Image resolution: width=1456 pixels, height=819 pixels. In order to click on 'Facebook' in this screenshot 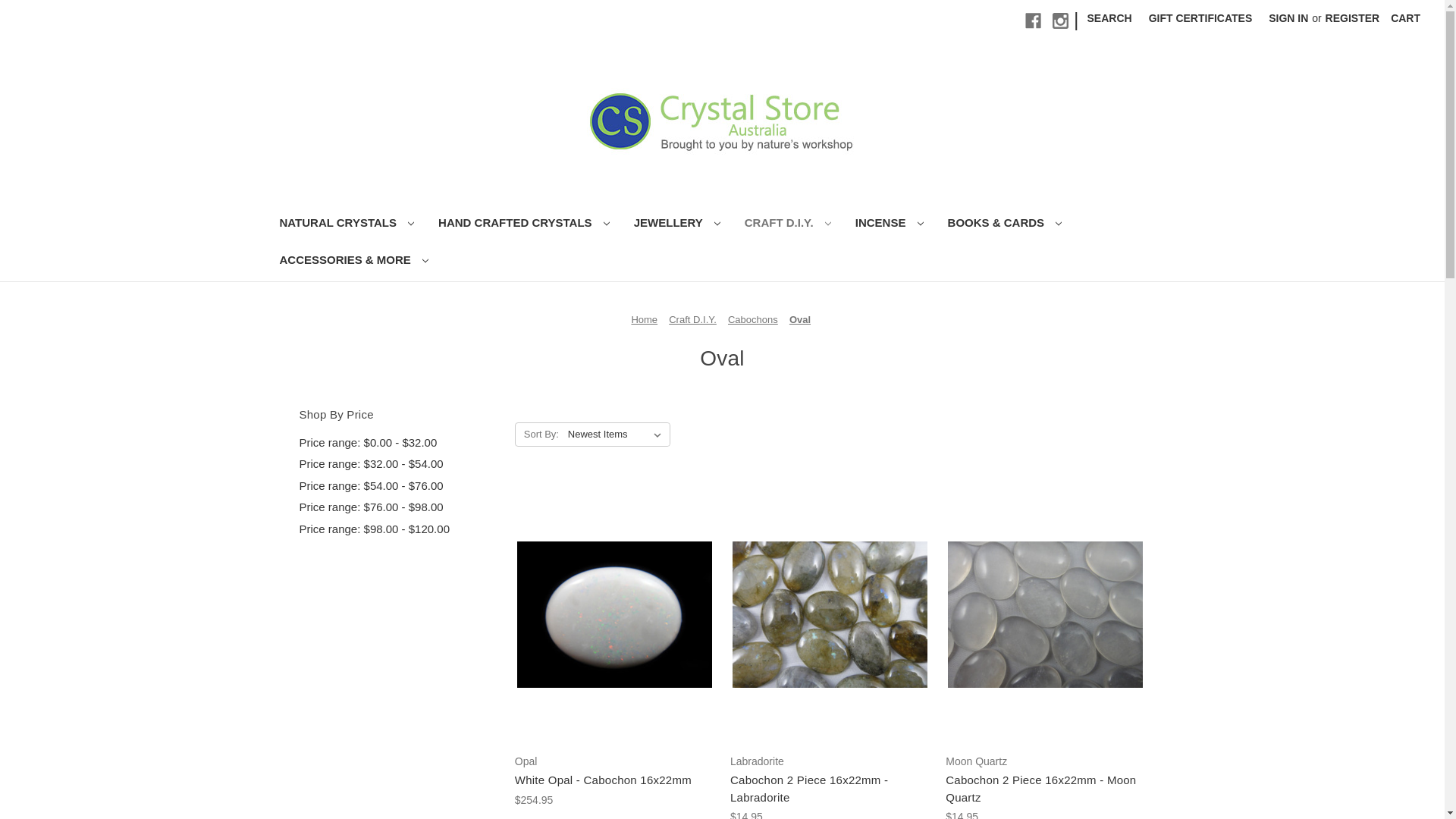, I will do `click(1025, 20)`.